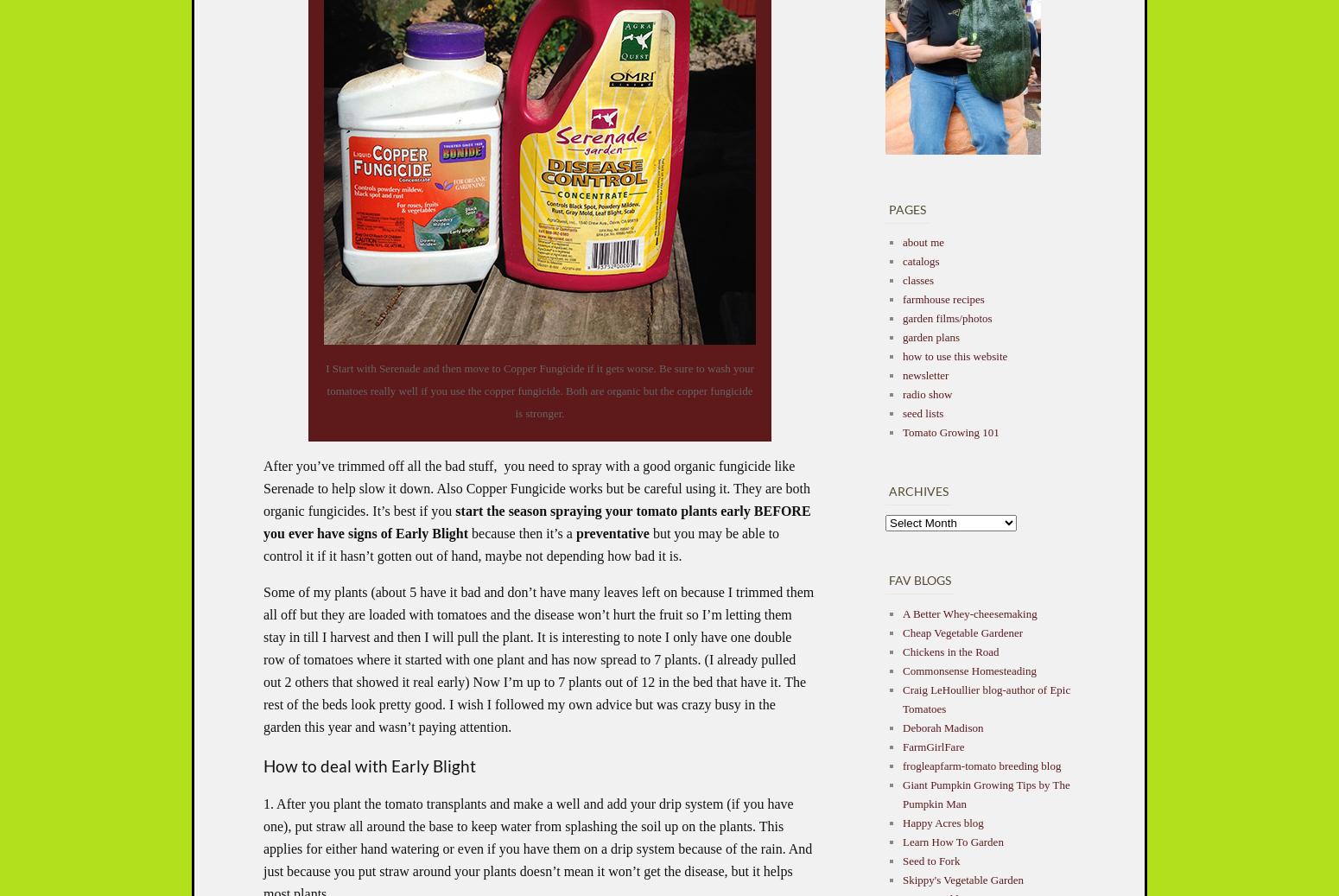  Describe the element at coordinates (949, 651) in the screenshot. I see `'Chickens in the Road'` at that location.